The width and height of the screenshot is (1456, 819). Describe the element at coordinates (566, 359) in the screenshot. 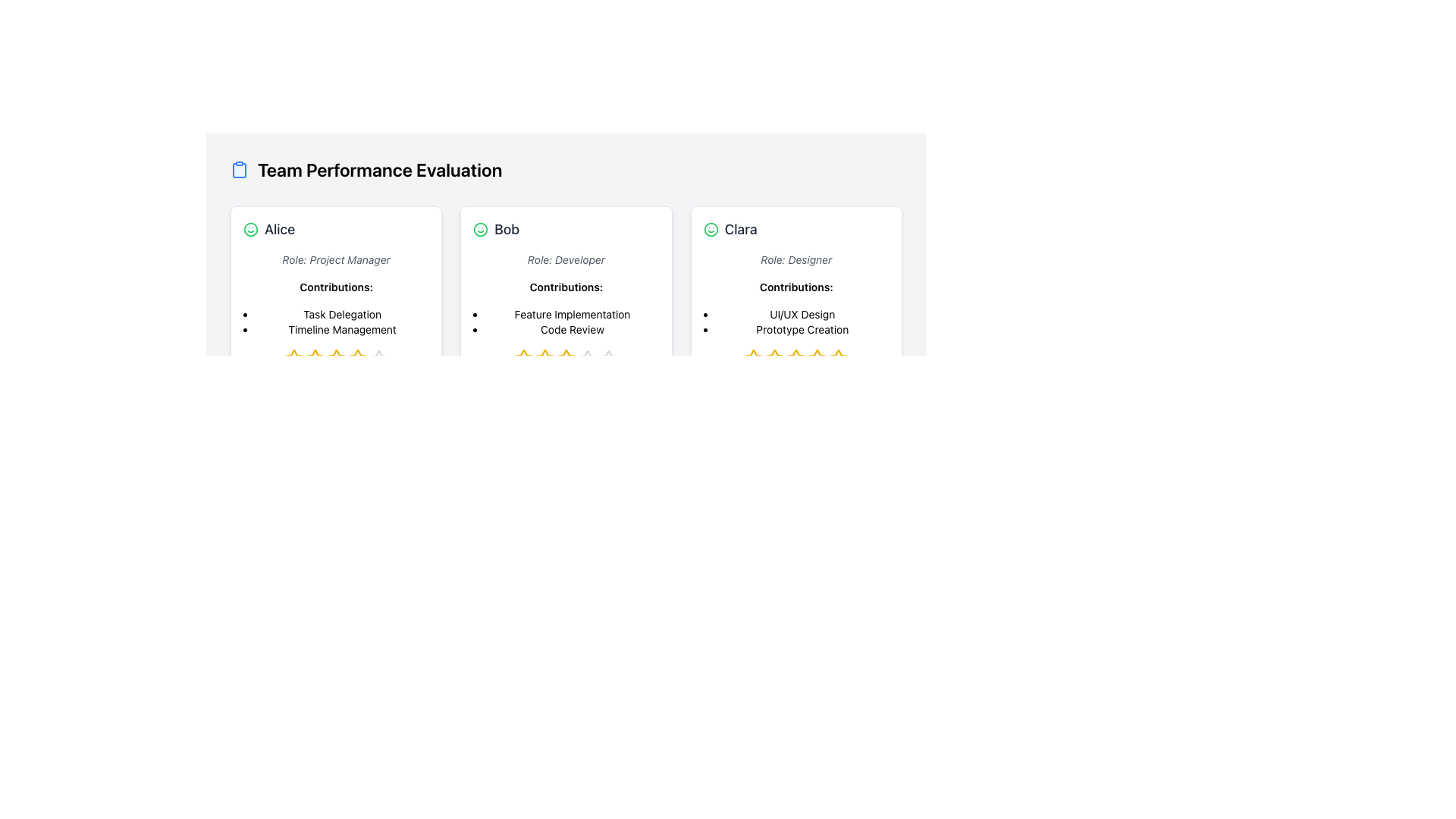

I see `the row of five star icons` at that location.